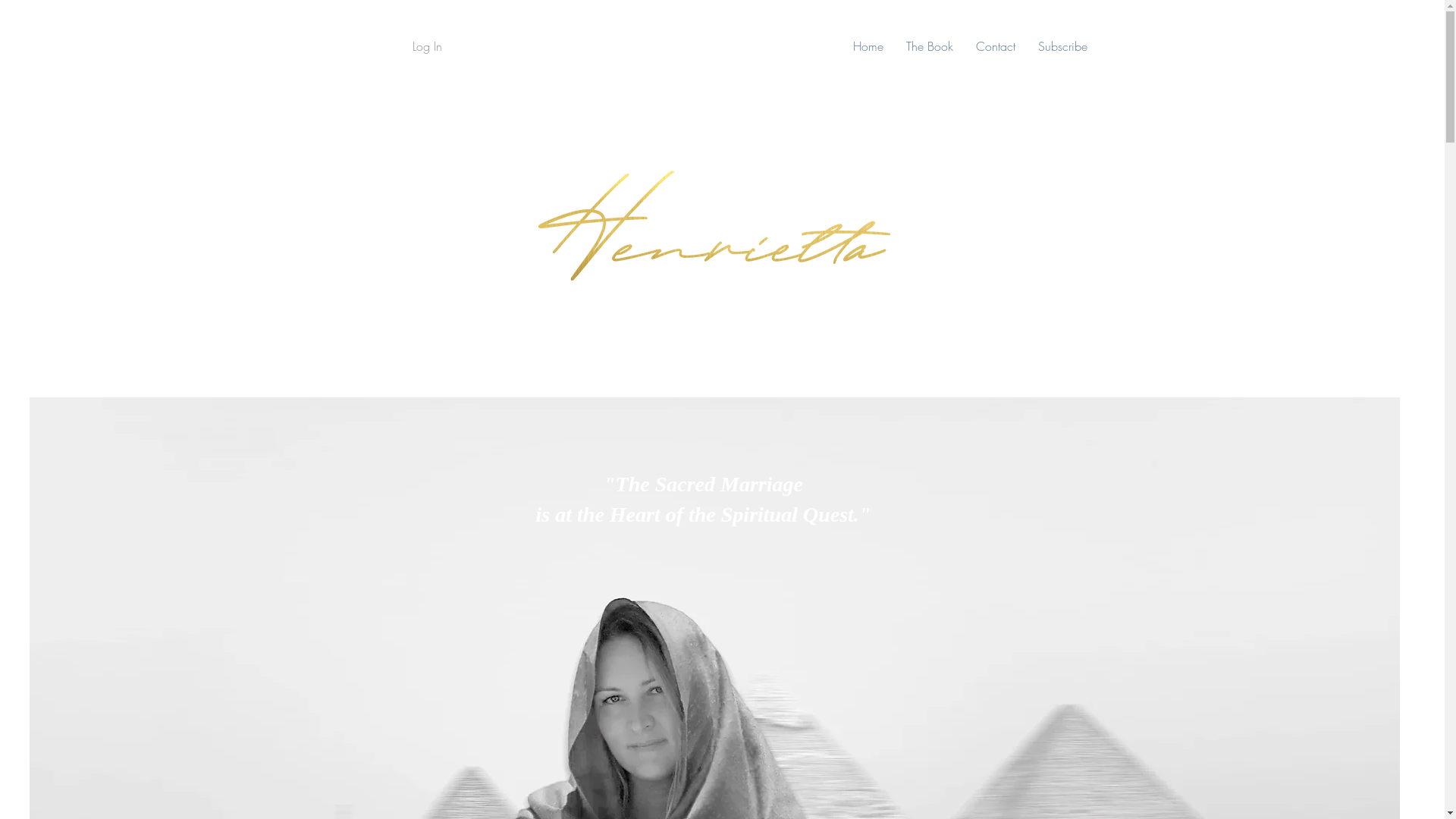  I want to click on '0', so click(1362, 45).